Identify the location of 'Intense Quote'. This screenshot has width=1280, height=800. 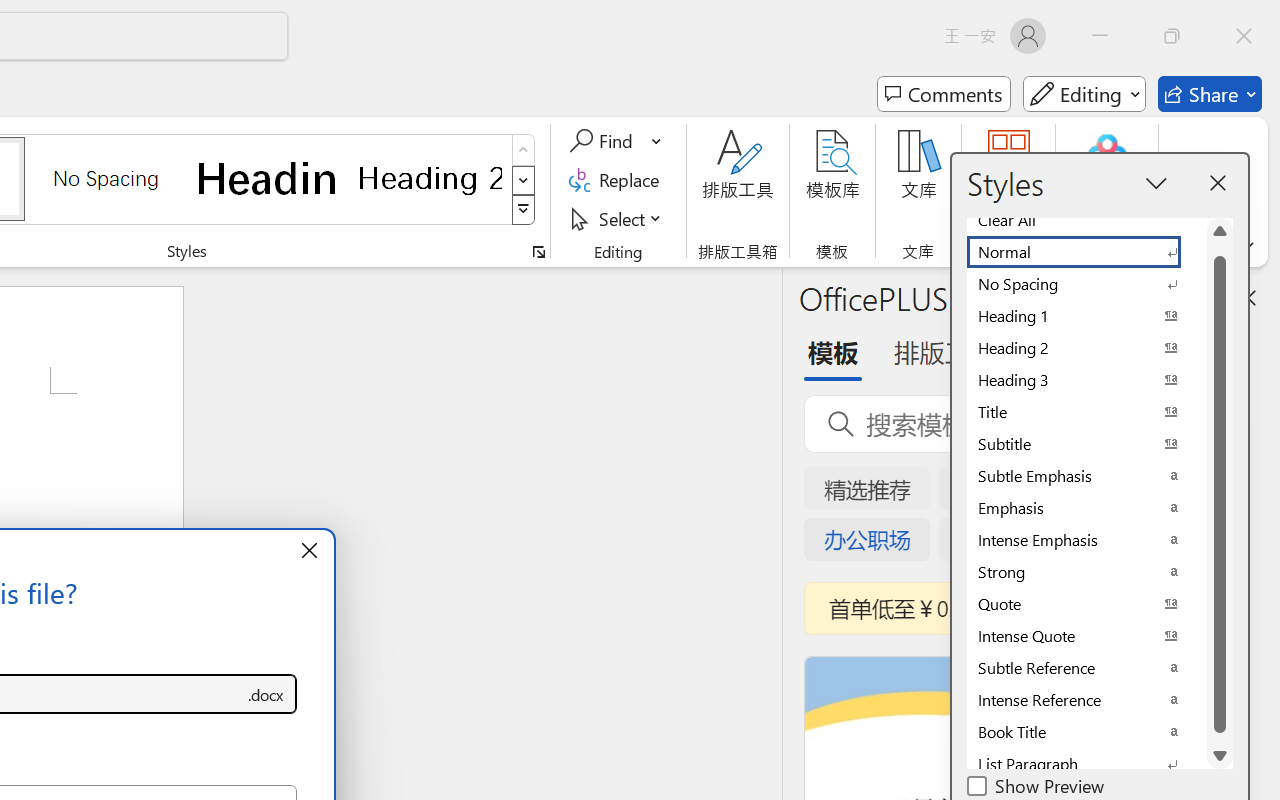
(1085, 635).